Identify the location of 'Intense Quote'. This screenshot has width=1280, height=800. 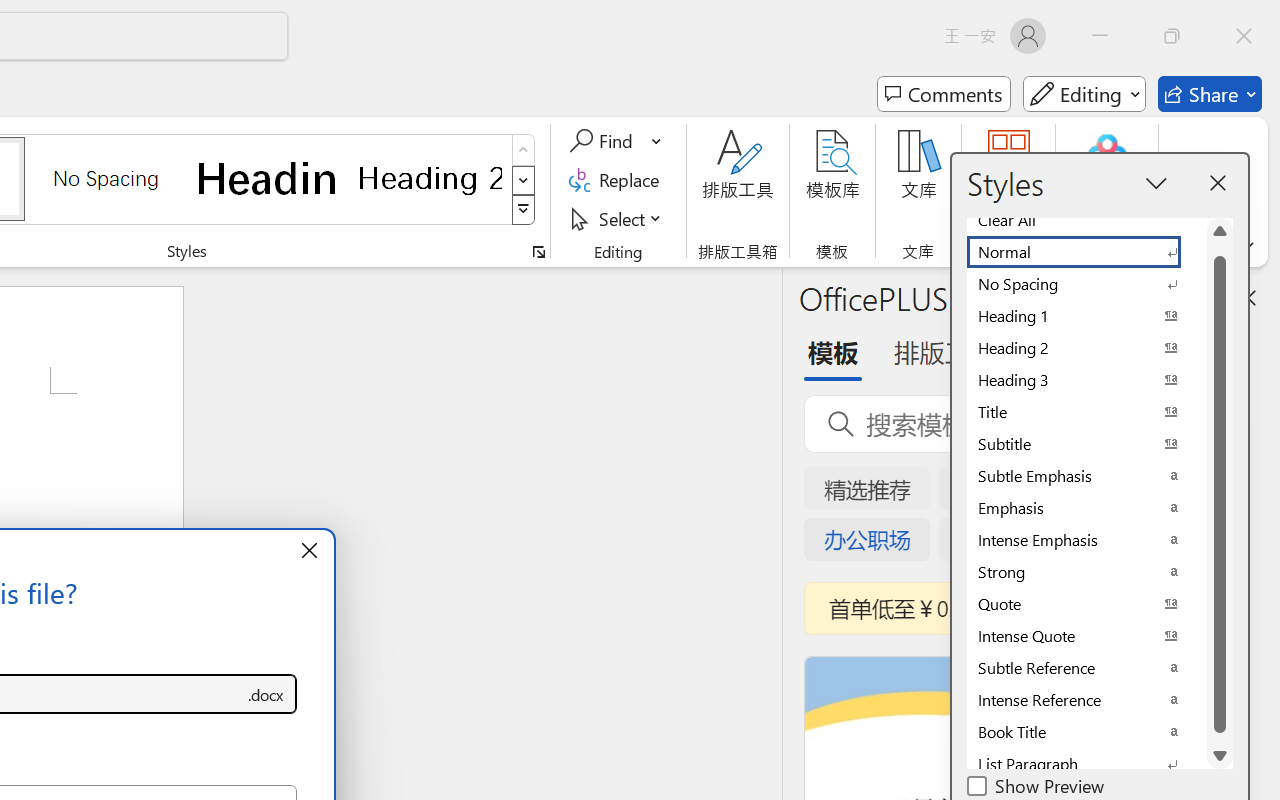
(1085, 635).